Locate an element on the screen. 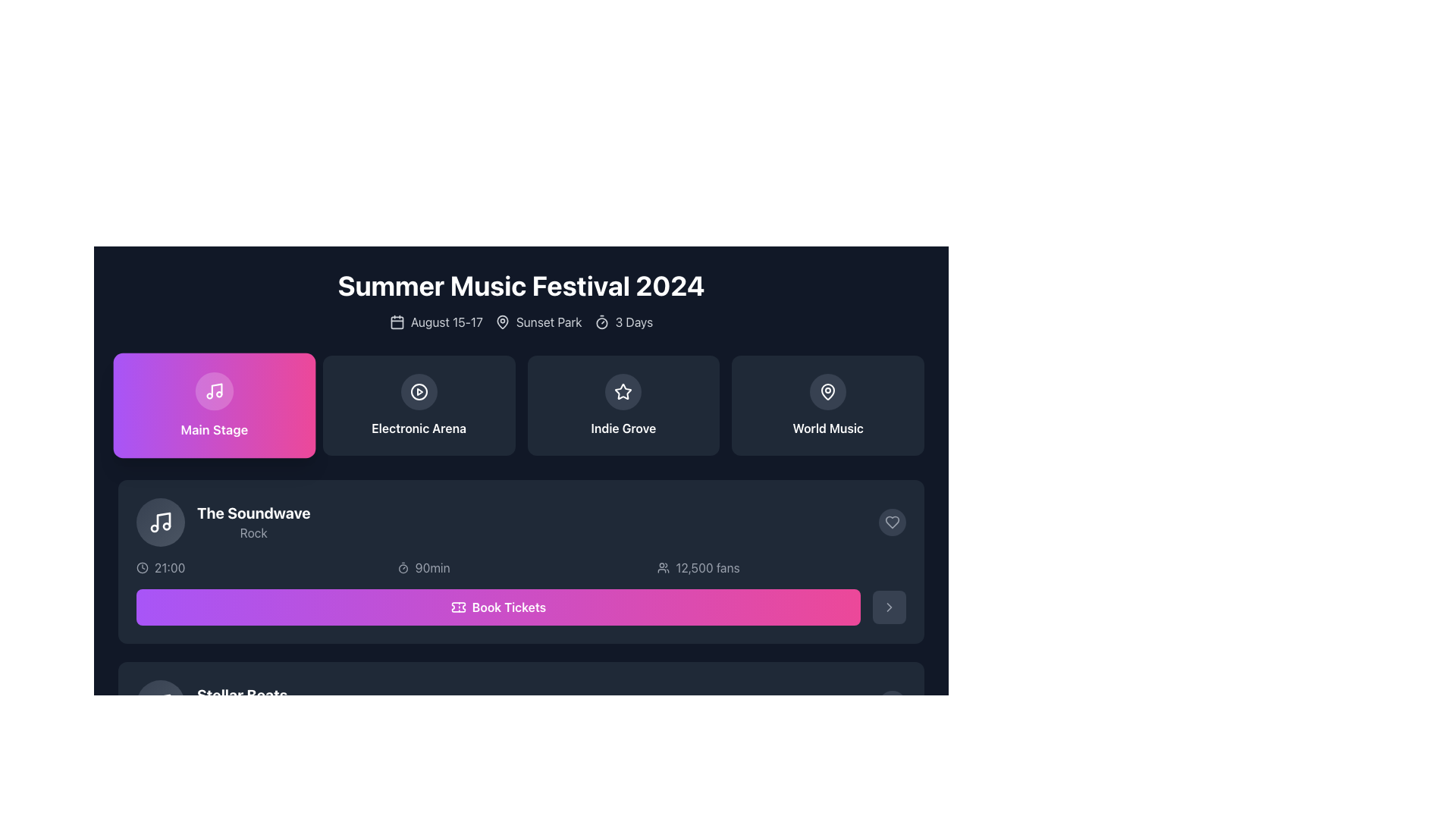 This screenshot has height=819, width=1456. the heart-shaped icon, which symbolizes a 'like' or 'favorite' action, to mark the event as a favorite is located at coordinates (892, 522).